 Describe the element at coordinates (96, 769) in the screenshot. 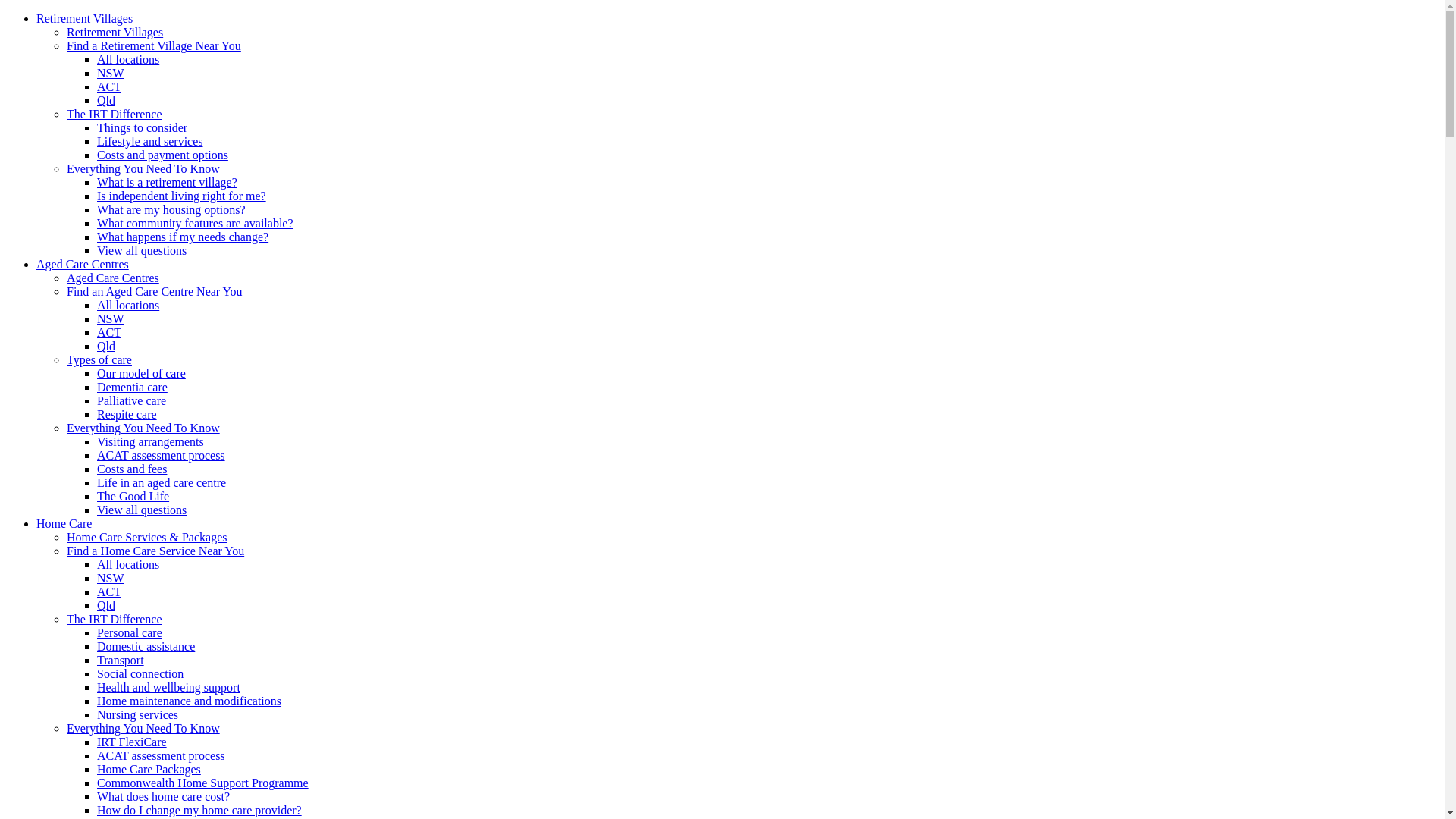

I see `'Home Care Packages'` at that location.